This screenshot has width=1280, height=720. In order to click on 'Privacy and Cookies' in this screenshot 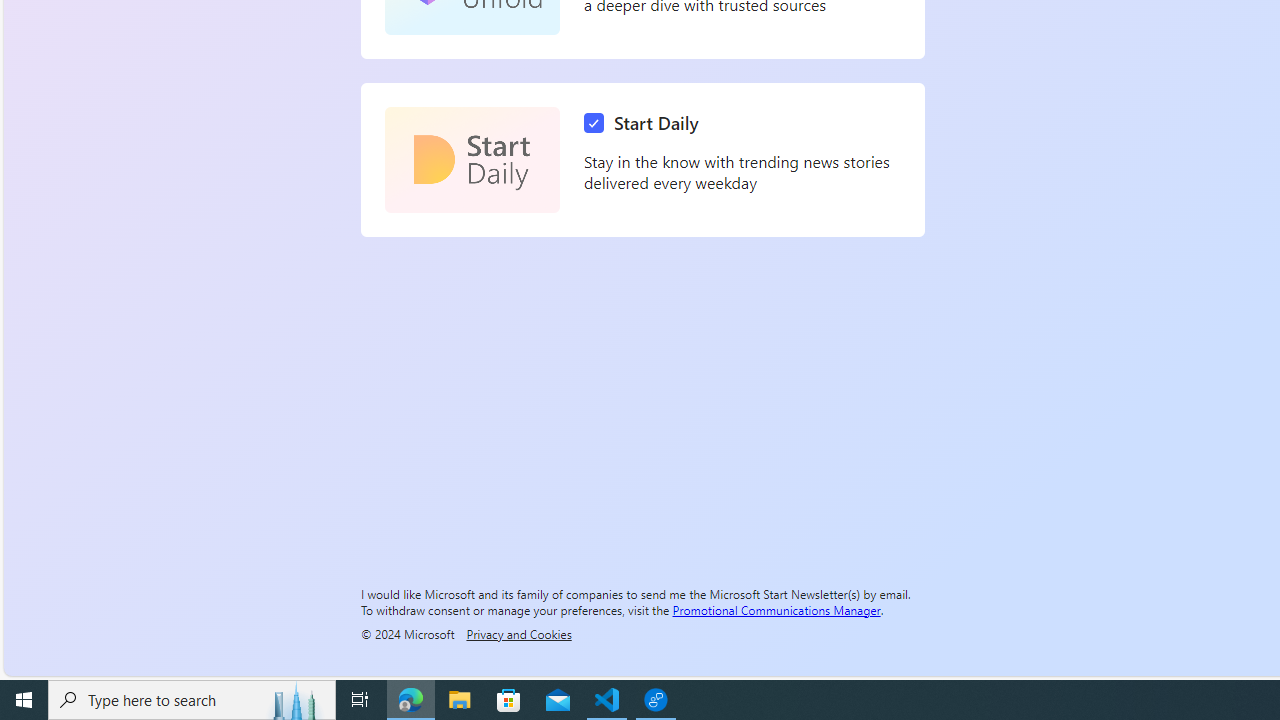, I will do `click(519, 633)`.